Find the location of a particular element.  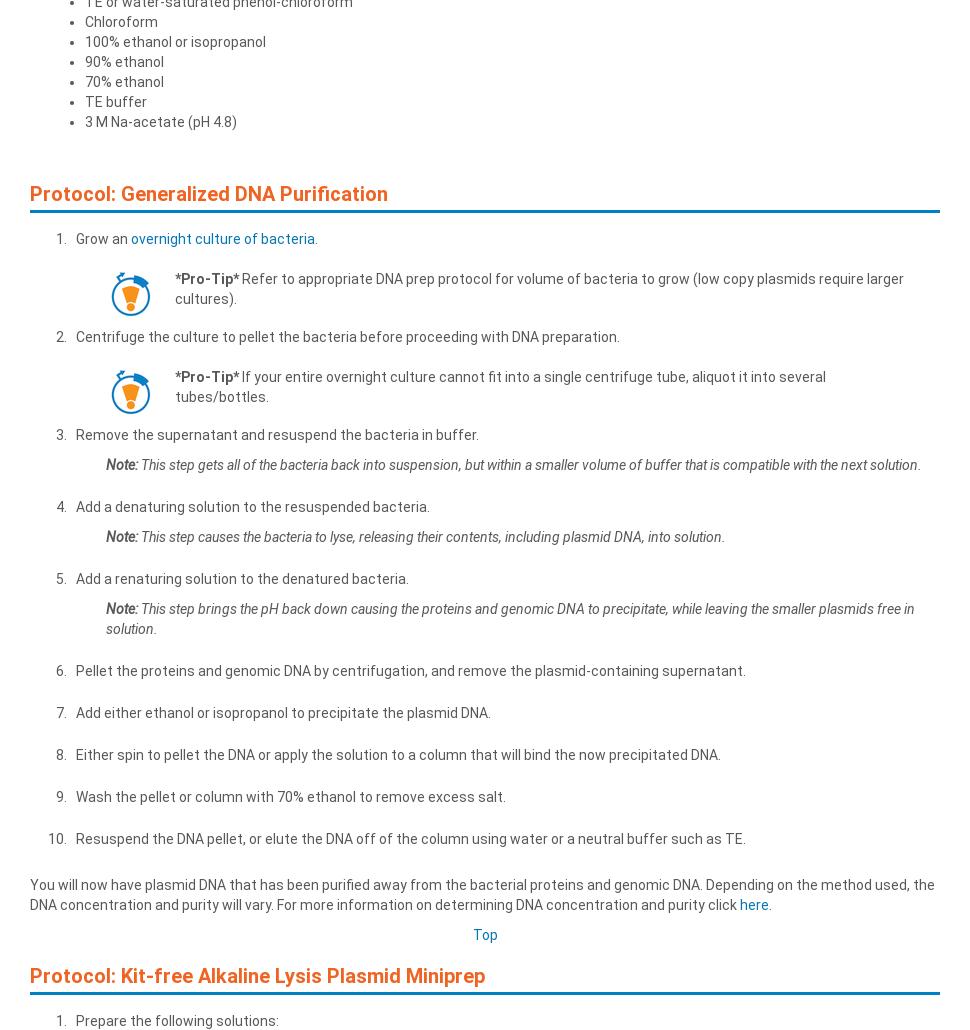

'If your entire overnight culture cannot fit into a single centrifuge tube, aliquot it into several tubes/bottles.' is located at coordinates (499, 386).